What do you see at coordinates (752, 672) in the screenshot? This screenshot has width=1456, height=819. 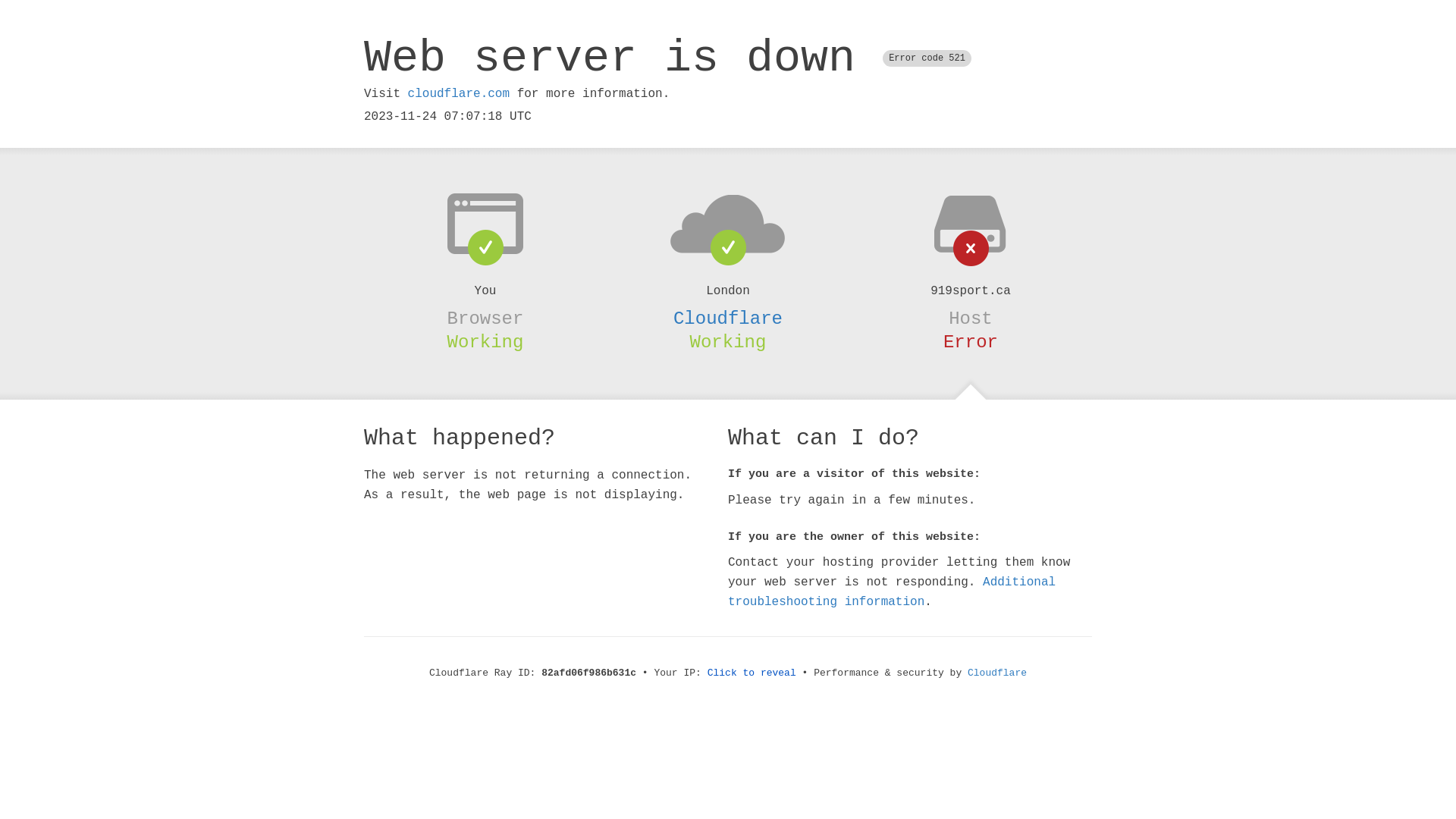 I see `'Click to reveal'` at bounding box center [752, 672].